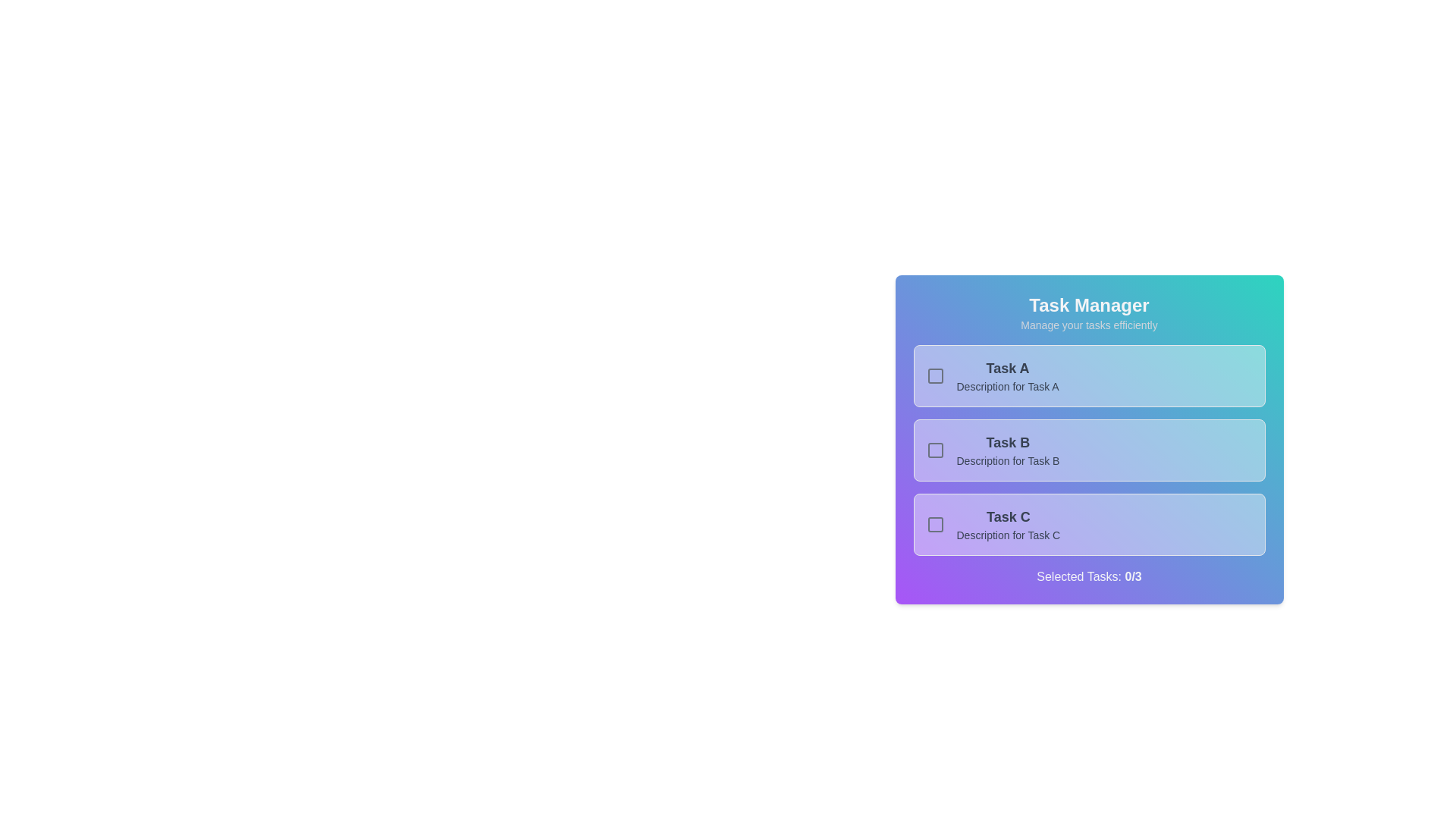 The height and width of the screenshot is (819, 1456). Describe the element at coordinates (1088, 450) in the screenshot. I see `the task card corresponding to 2` at that location.